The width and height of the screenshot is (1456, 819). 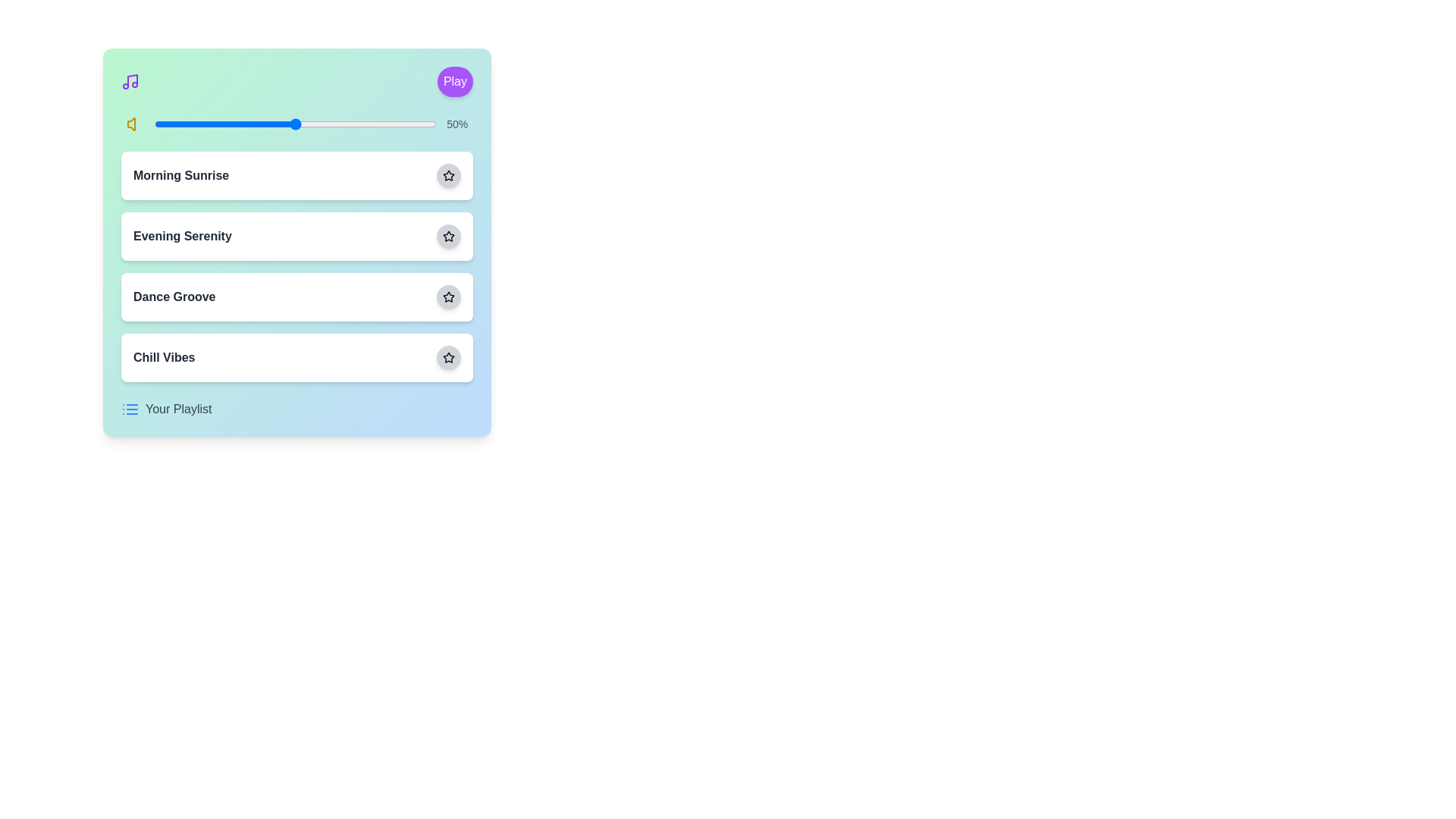 I want to click on the slider, so click(x=295, y=124).